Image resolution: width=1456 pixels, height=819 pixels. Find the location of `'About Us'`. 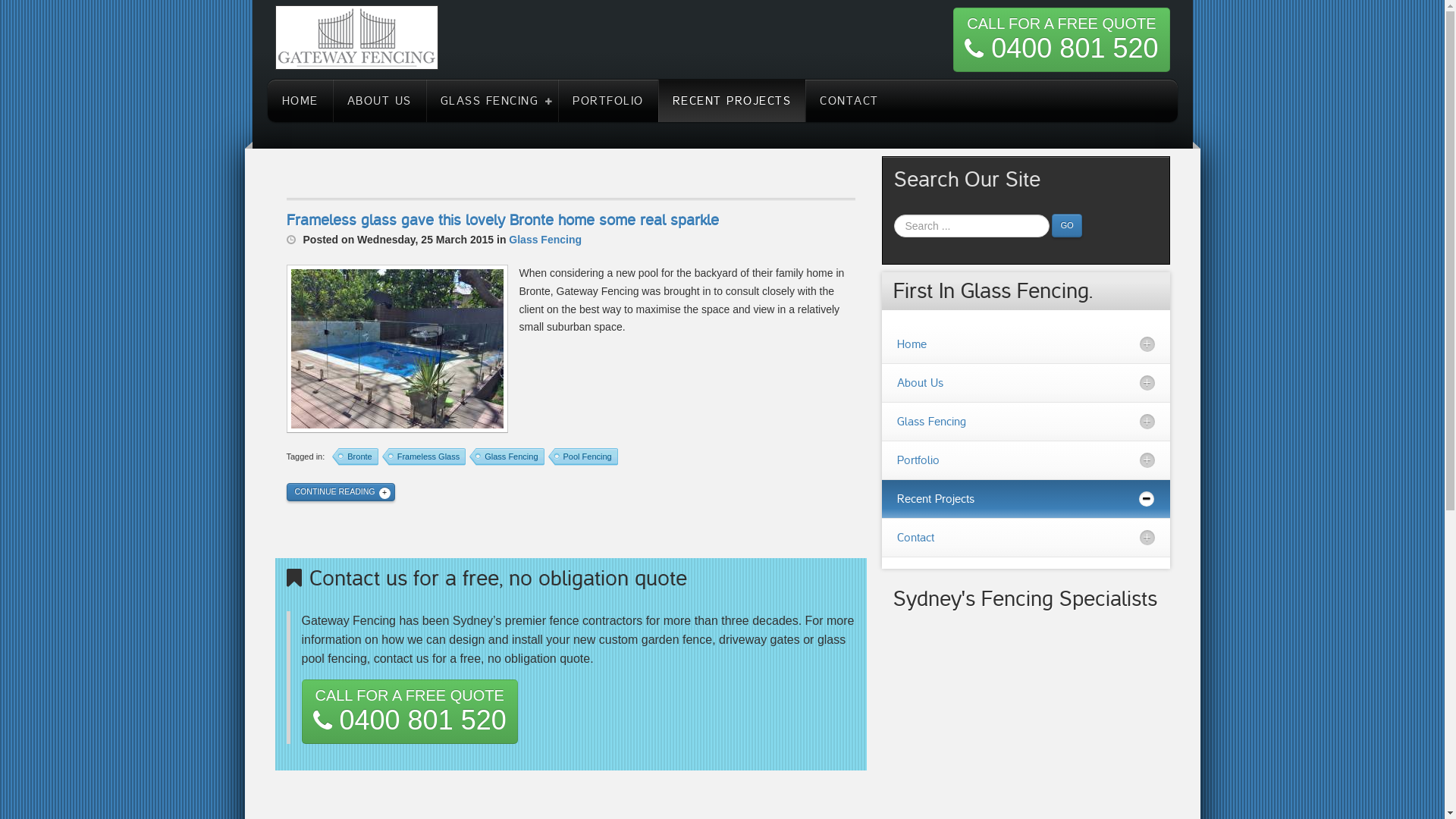

'About Us' is located at coordinates (1025, 382).